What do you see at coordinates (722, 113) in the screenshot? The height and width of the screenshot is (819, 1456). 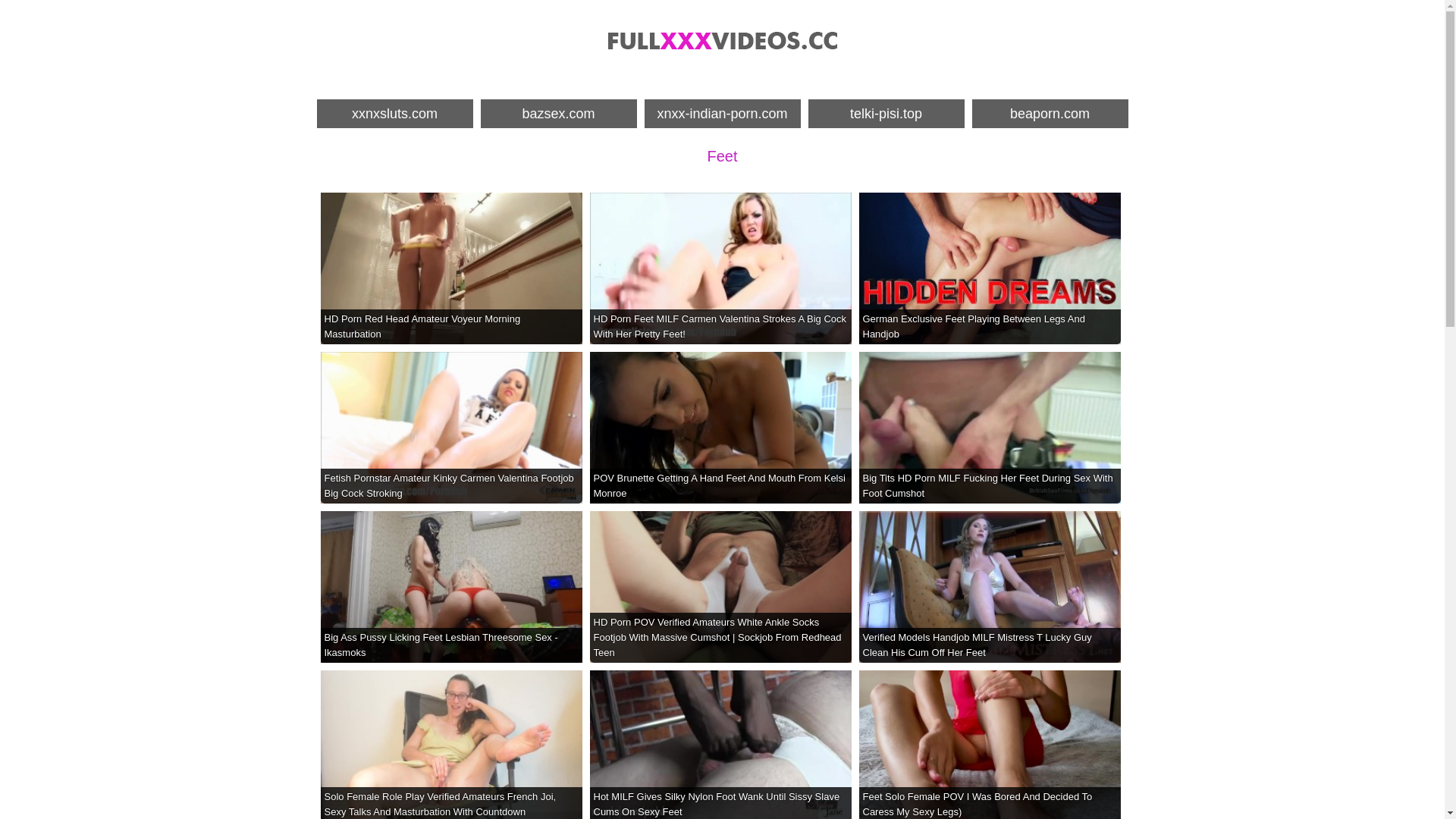 I see `'xnxx-indian-porn.com'` at bounding box center [722, 113].